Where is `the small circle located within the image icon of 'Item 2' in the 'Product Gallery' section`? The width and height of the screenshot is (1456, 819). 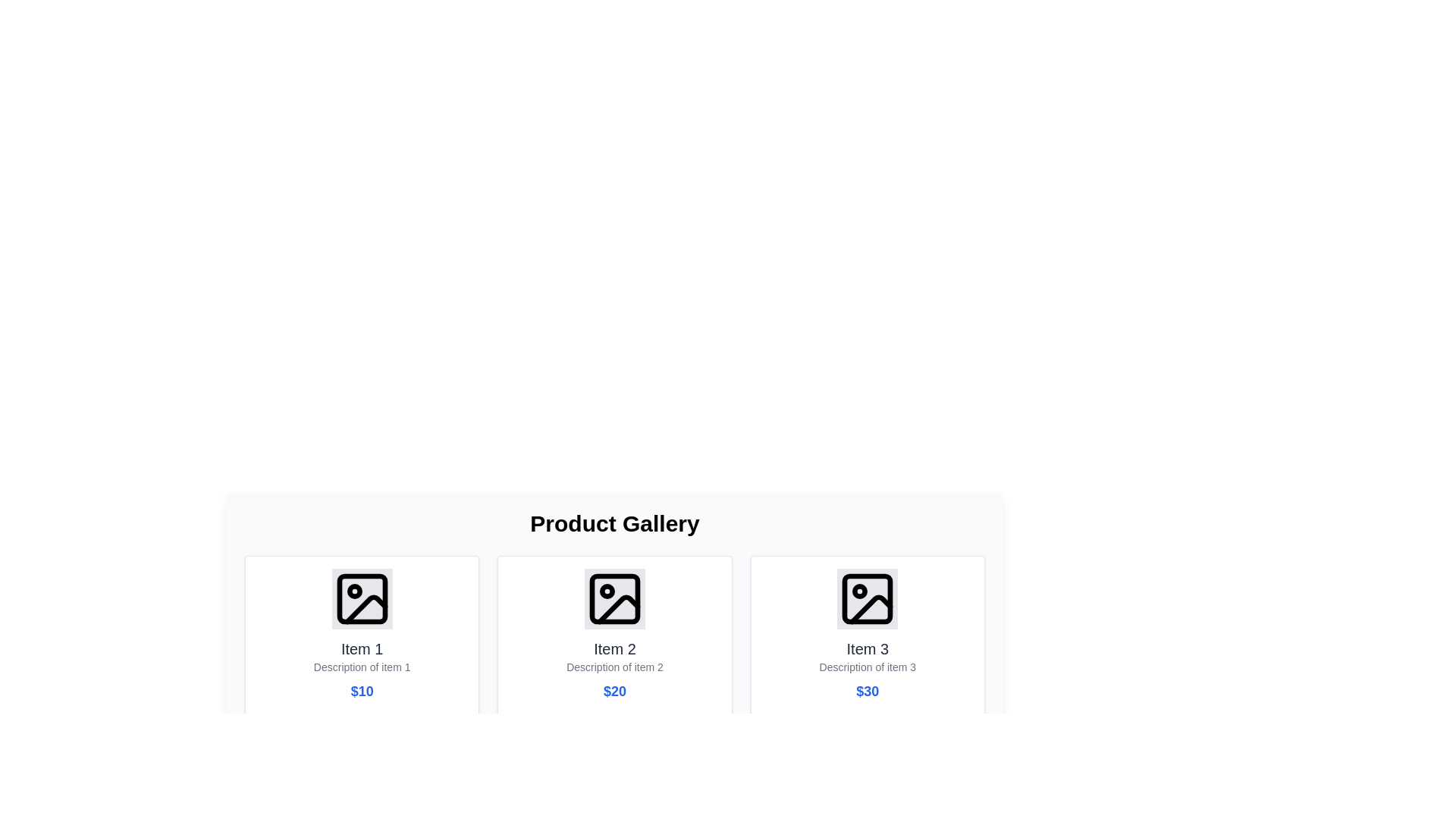
the small circle located within the image icon of 'Item 2' in the 'Product Gallery' section is located at coordinates (607, 590).